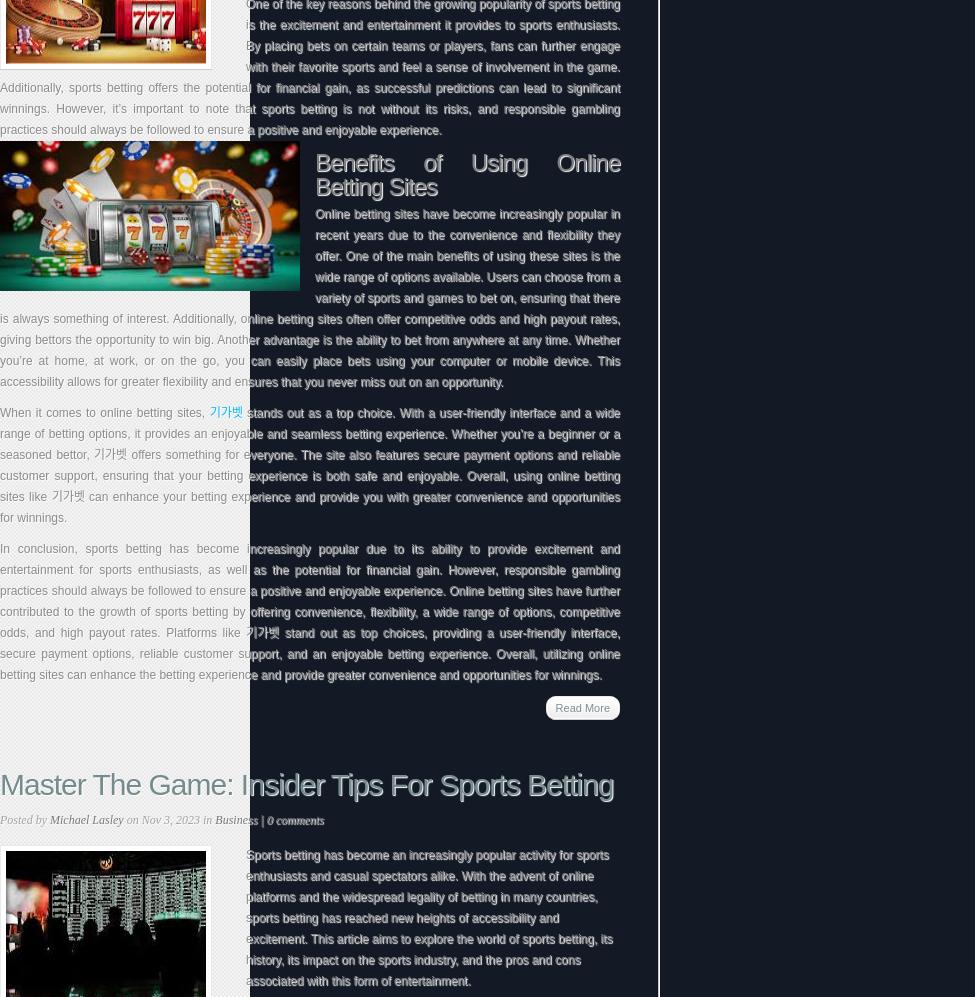 The width and height of the screenshot is (975, 997). Describe the element at coordinates (467, 173) in the screenshot. I see `'Benefits of Using Online Betting Sites'` at that location.